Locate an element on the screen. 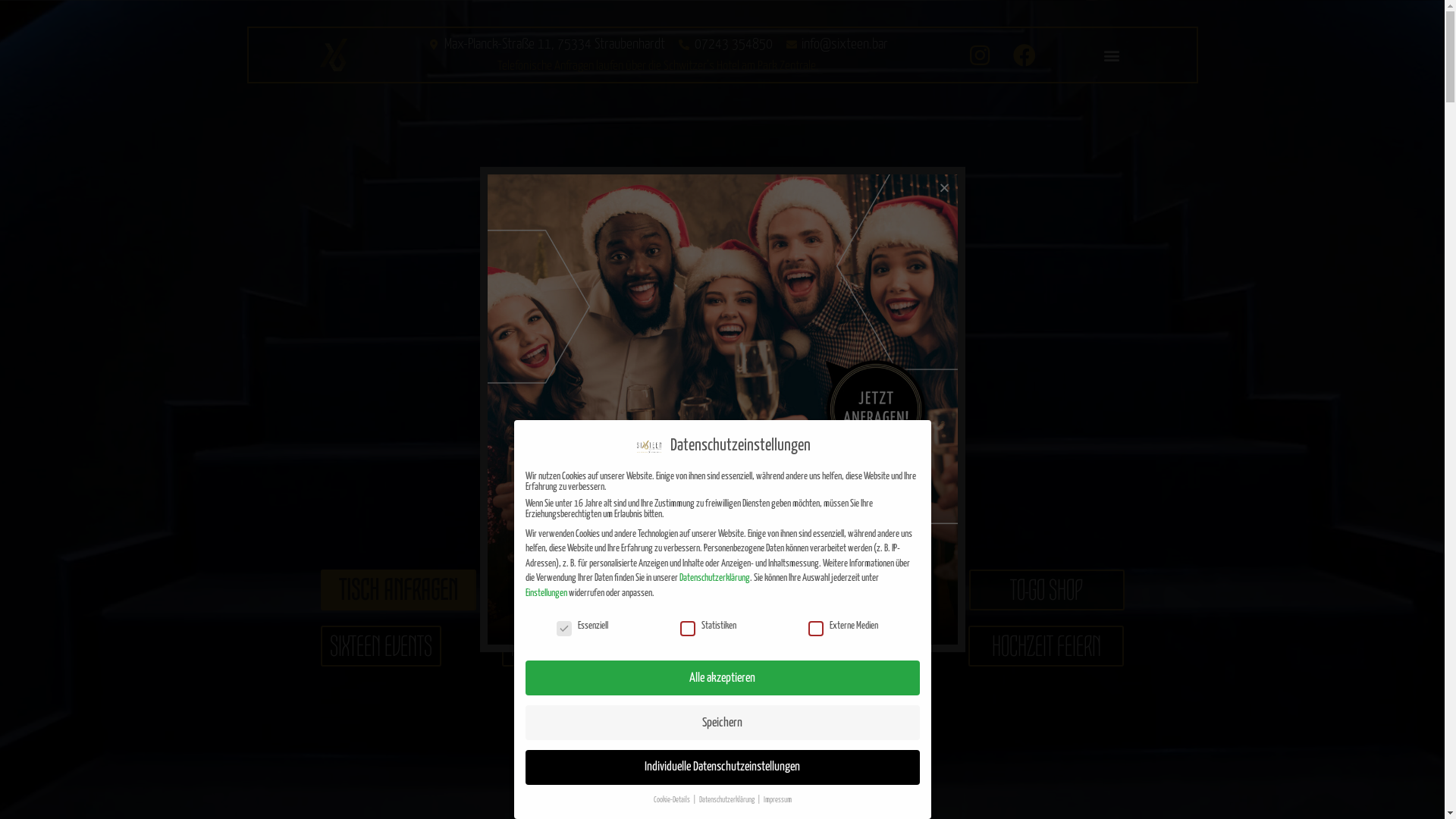 The height and width of the screenshot is (819, 1456). 'Alle akzeptieren' is located at coordinates (720, 677).